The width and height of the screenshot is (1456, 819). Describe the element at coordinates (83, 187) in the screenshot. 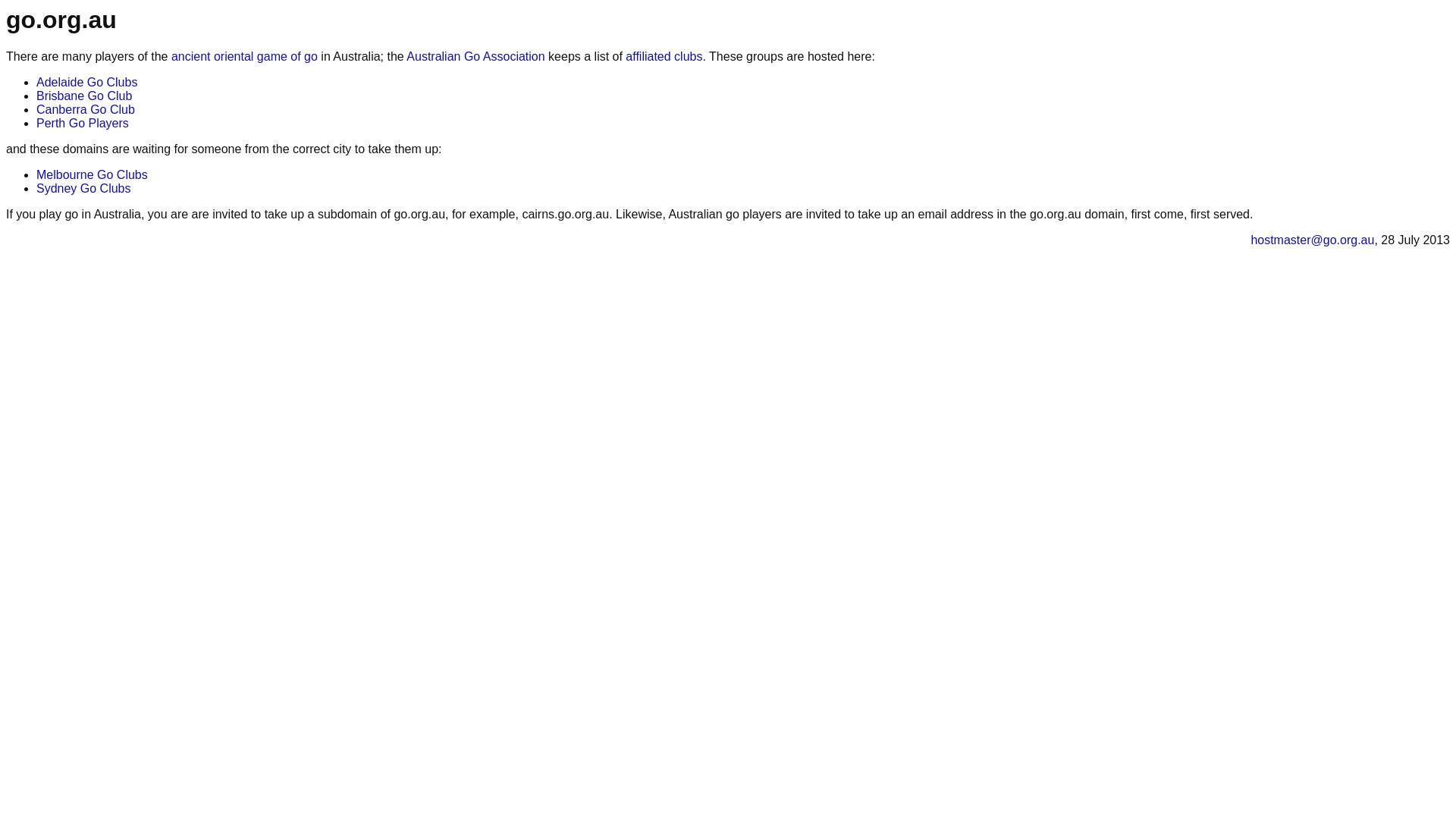

I see `'Sydney Go Clubs'` at that location.